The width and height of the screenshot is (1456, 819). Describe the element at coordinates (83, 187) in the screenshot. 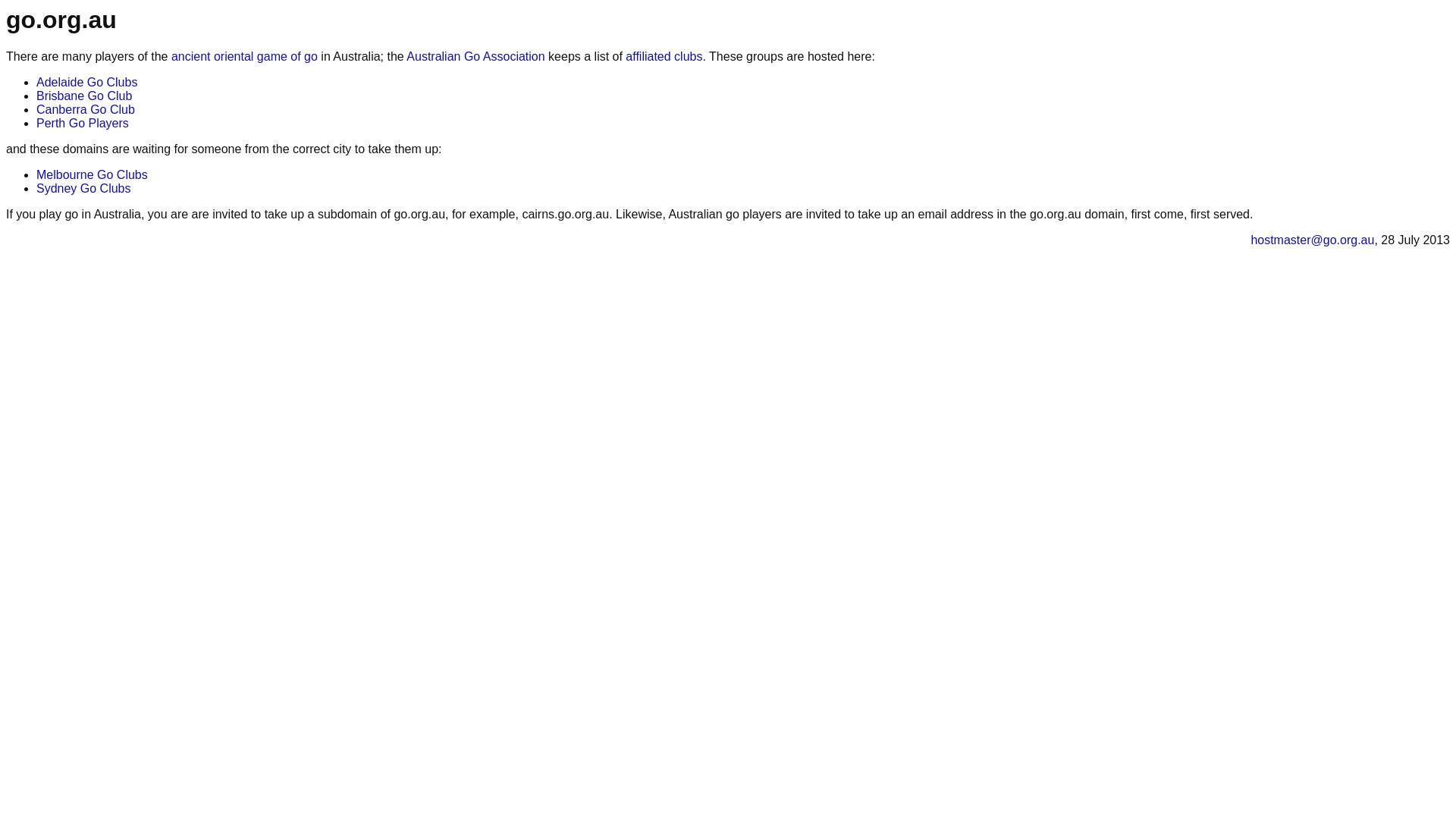

I see `'Sydney Go Clubs'` at that location.